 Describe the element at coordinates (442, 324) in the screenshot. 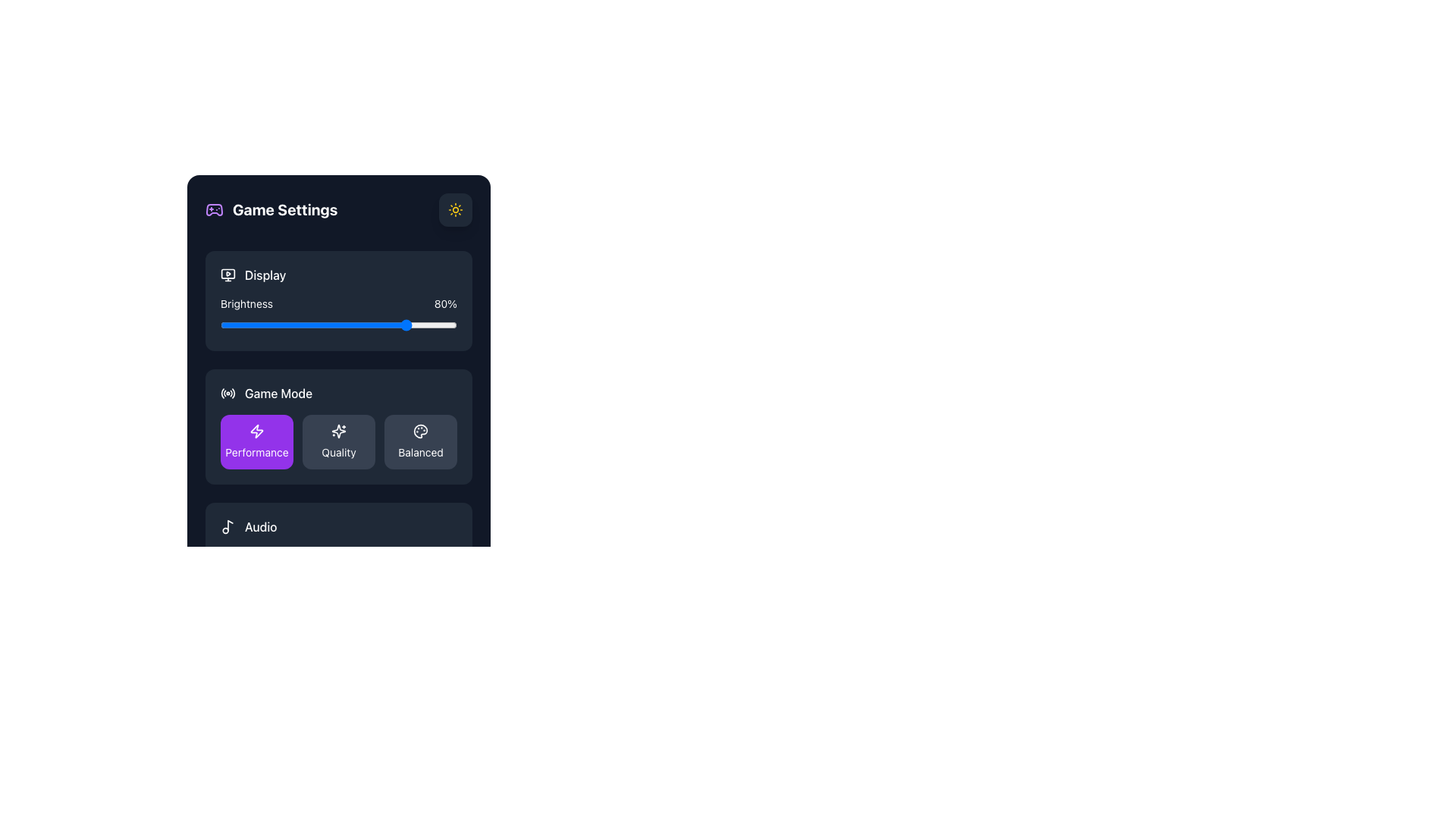

I see `brightness` at that location.